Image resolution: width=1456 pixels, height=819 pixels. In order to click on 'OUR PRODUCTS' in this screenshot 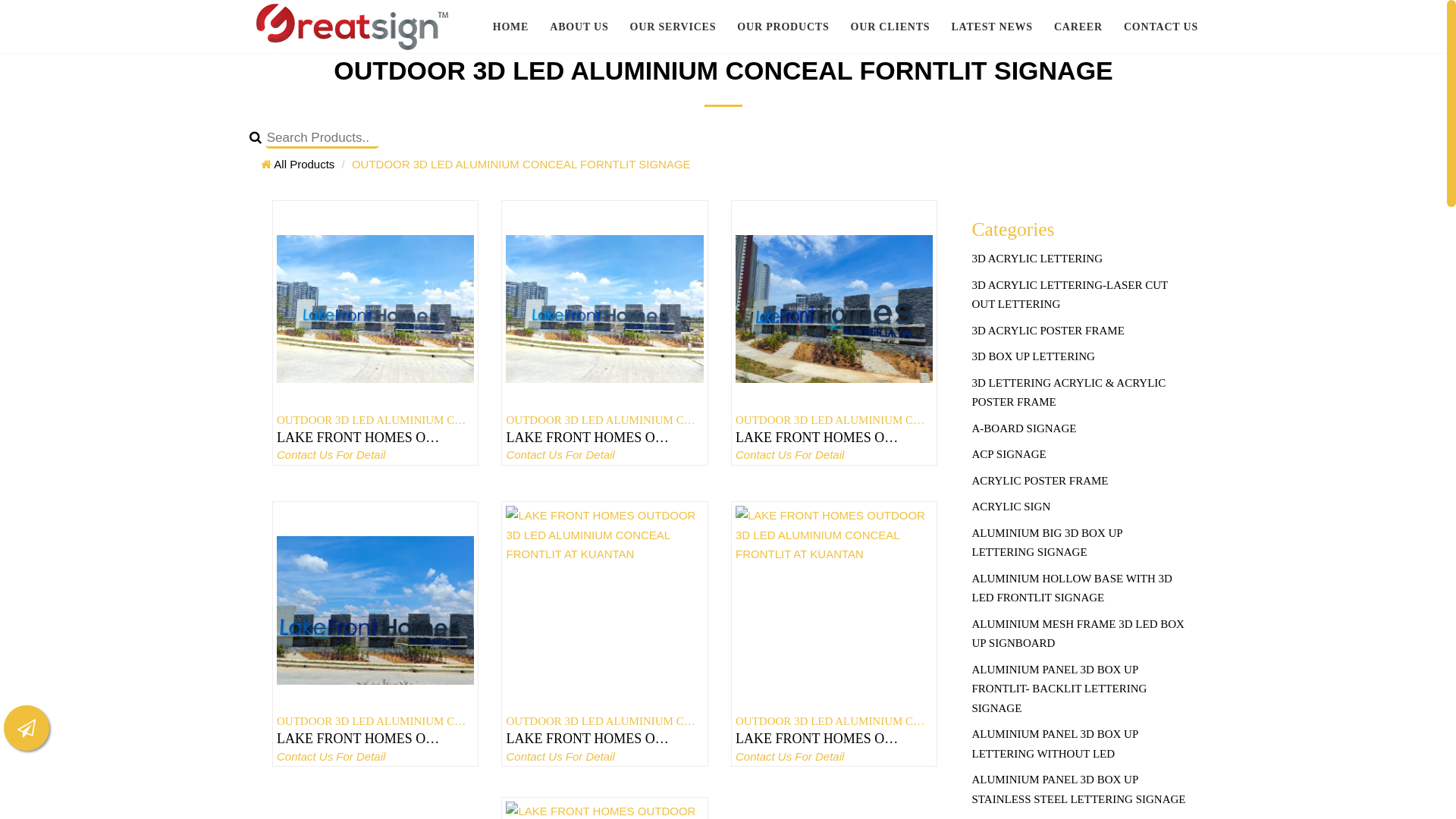, I will do `click(783, 27)`.